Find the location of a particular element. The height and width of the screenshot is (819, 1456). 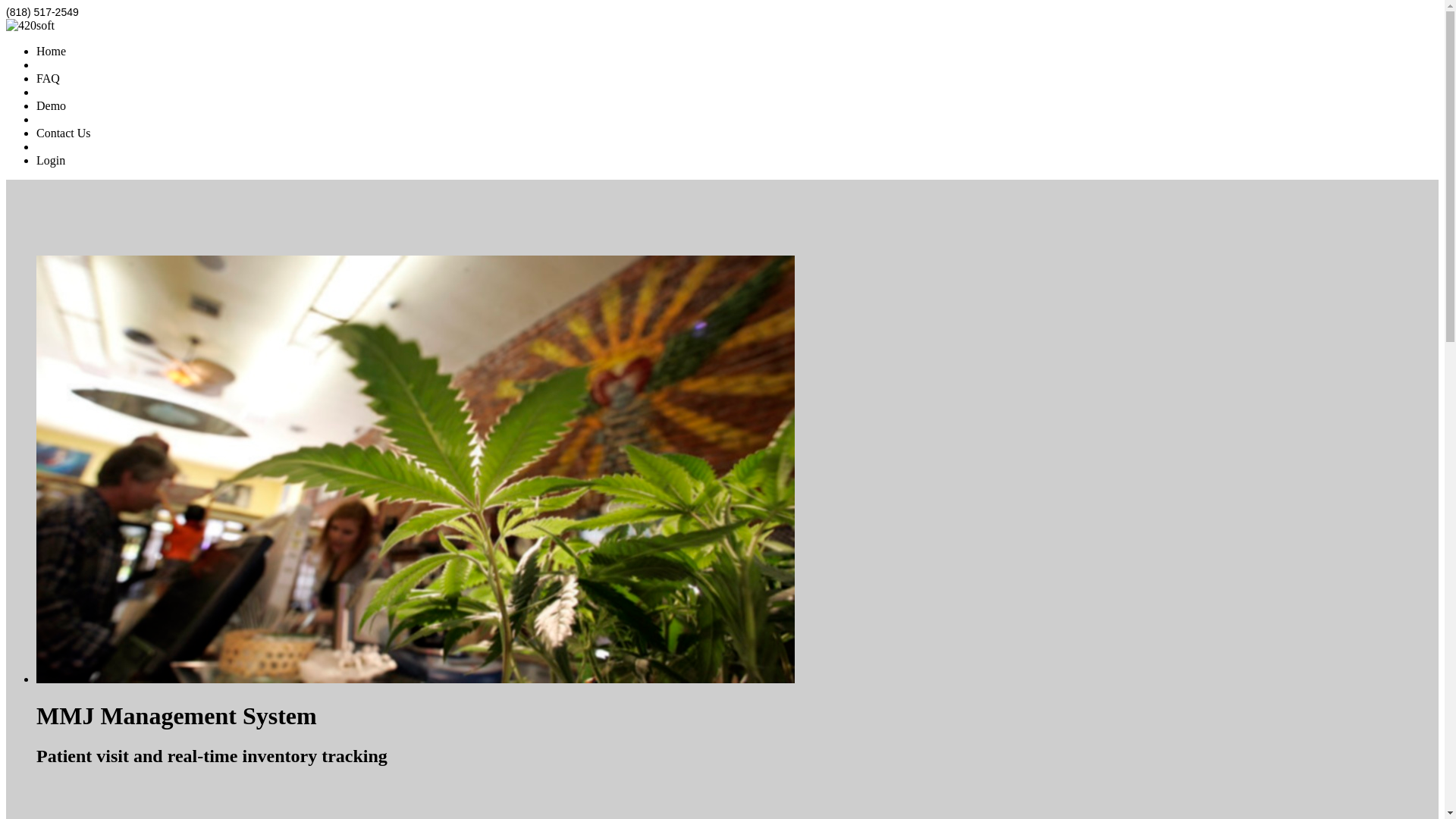

'Contact Us' is located at coordinates (62, 132).